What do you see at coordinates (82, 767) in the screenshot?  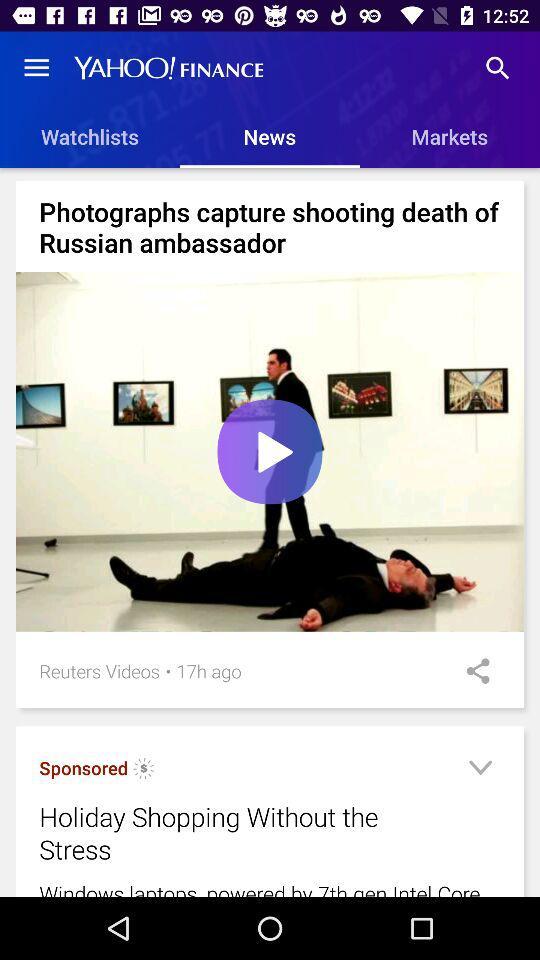 I see `the icon below the reuters videos` at bounding box center [82, 767].